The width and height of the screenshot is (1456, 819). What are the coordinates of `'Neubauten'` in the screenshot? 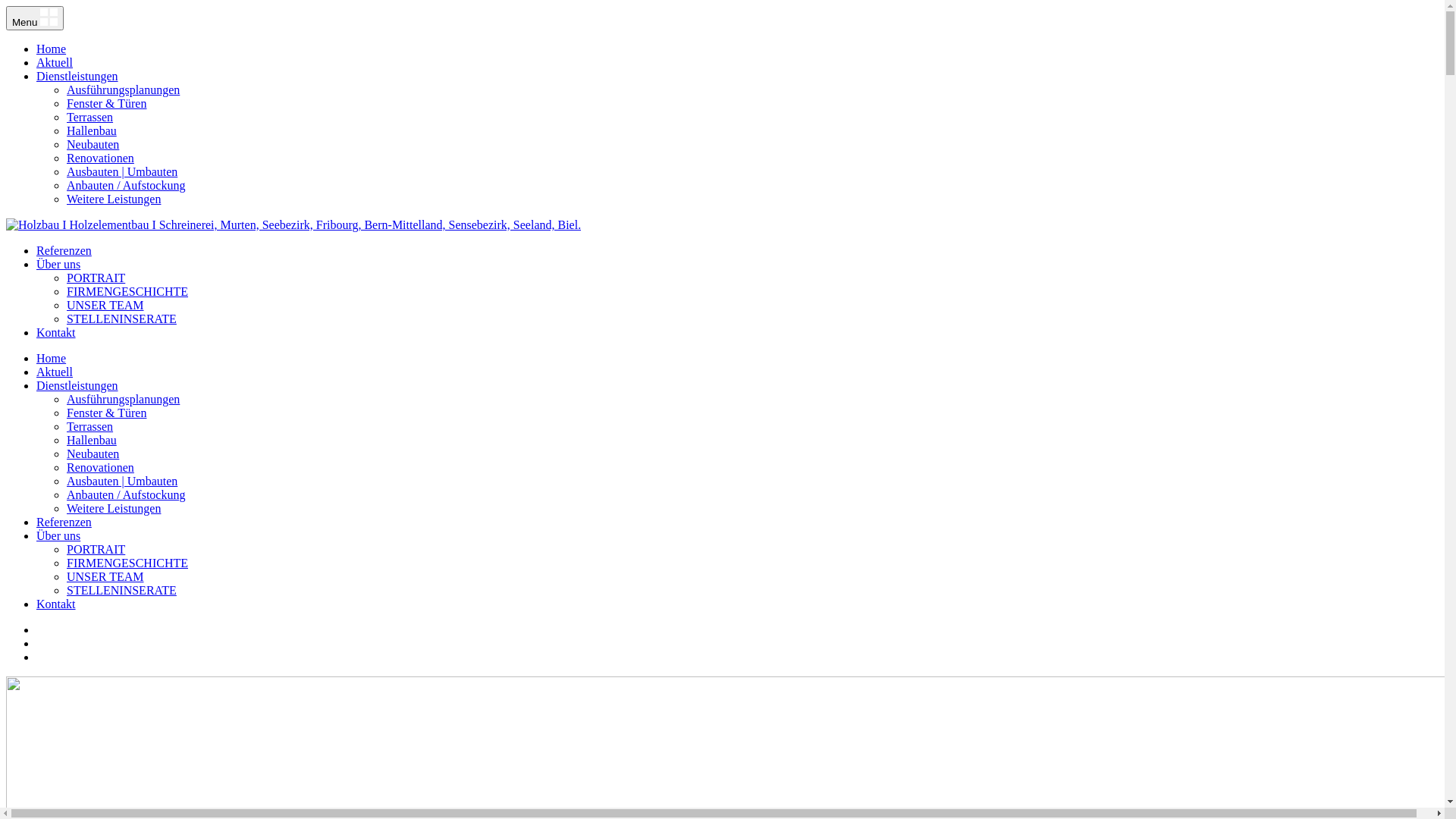 It's located at (92, 453).